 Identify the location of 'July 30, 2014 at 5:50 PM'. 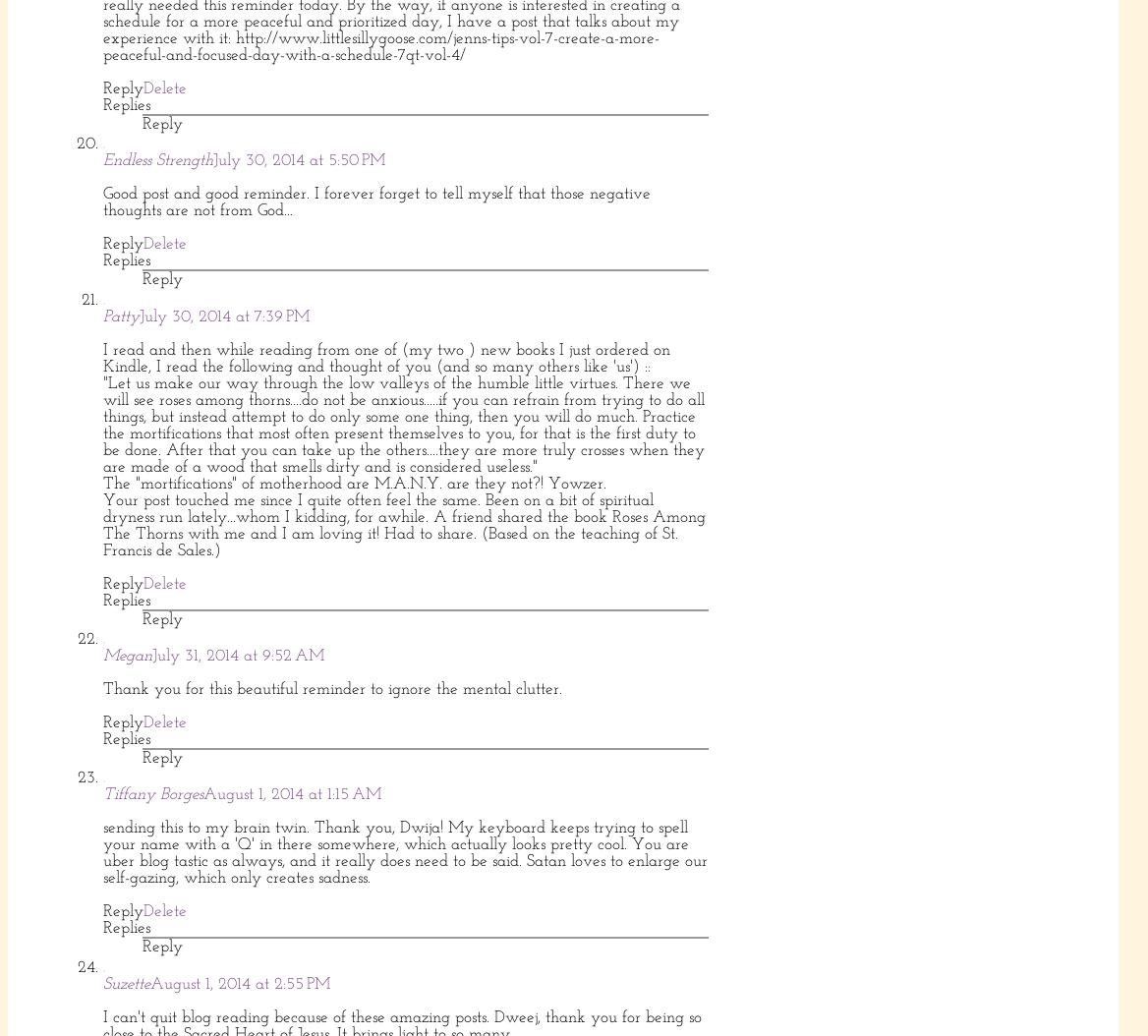
(299, 159).